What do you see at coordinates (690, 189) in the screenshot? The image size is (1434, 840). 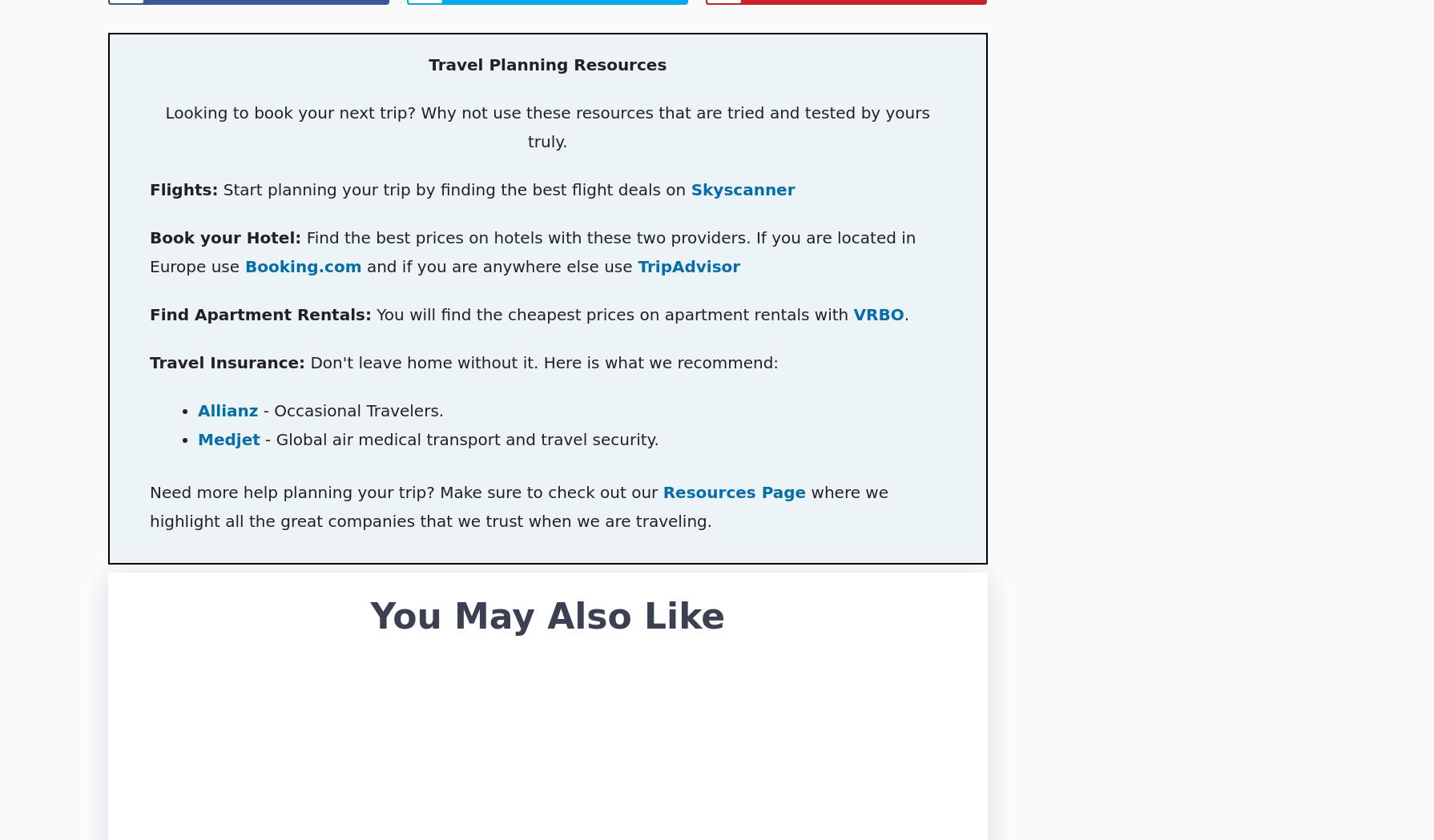 I see `'Skyscanner'` at bounding box center [690, 189].